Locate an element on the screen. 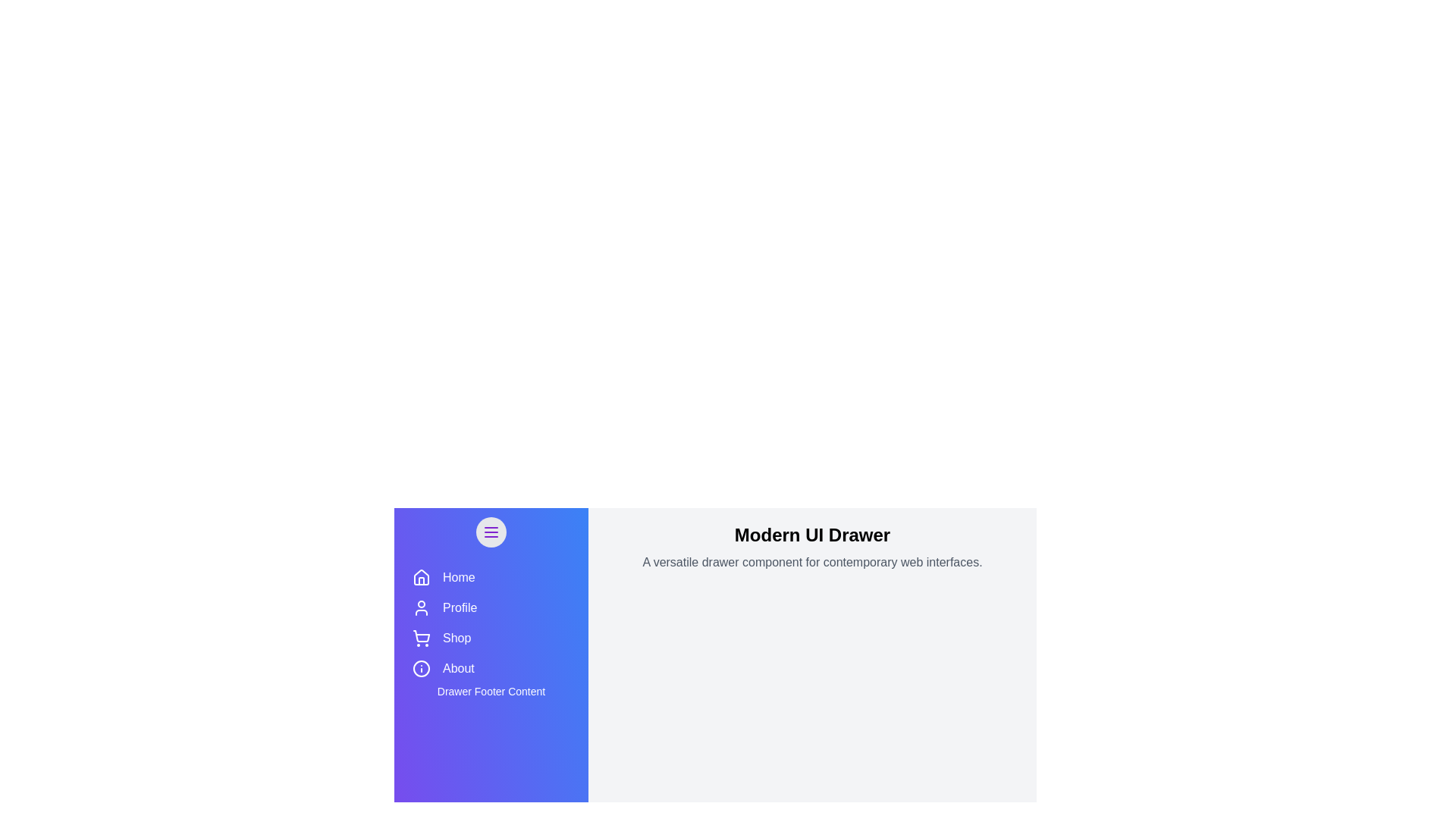 The width and height of the screenshot is (1456, 819). the navigation item labeled 'Profile' to observe the hover effect is located at coordinates (491, 607).